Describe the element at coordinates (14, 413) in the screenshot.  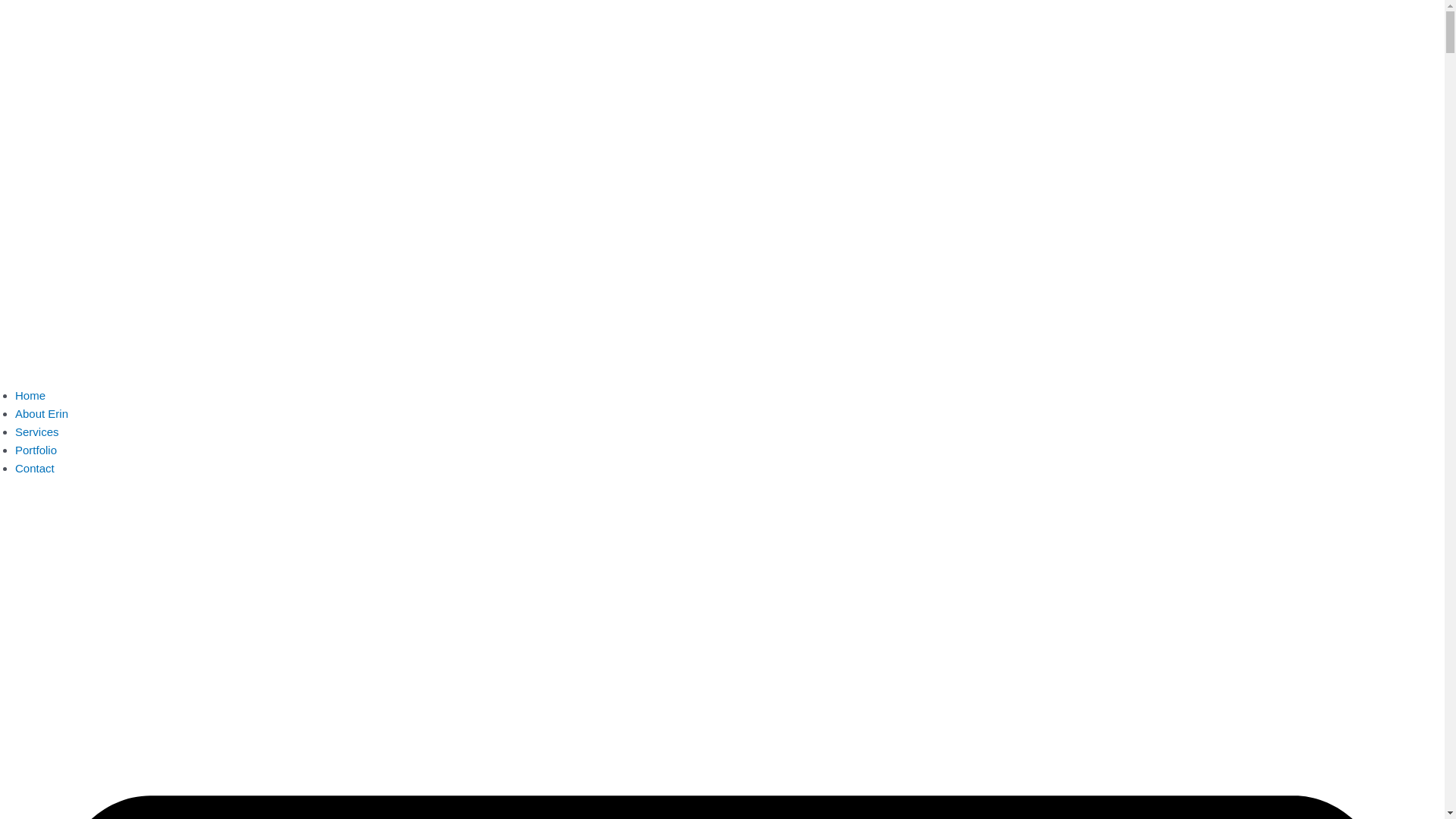
I see `'About Erin'` at that location.